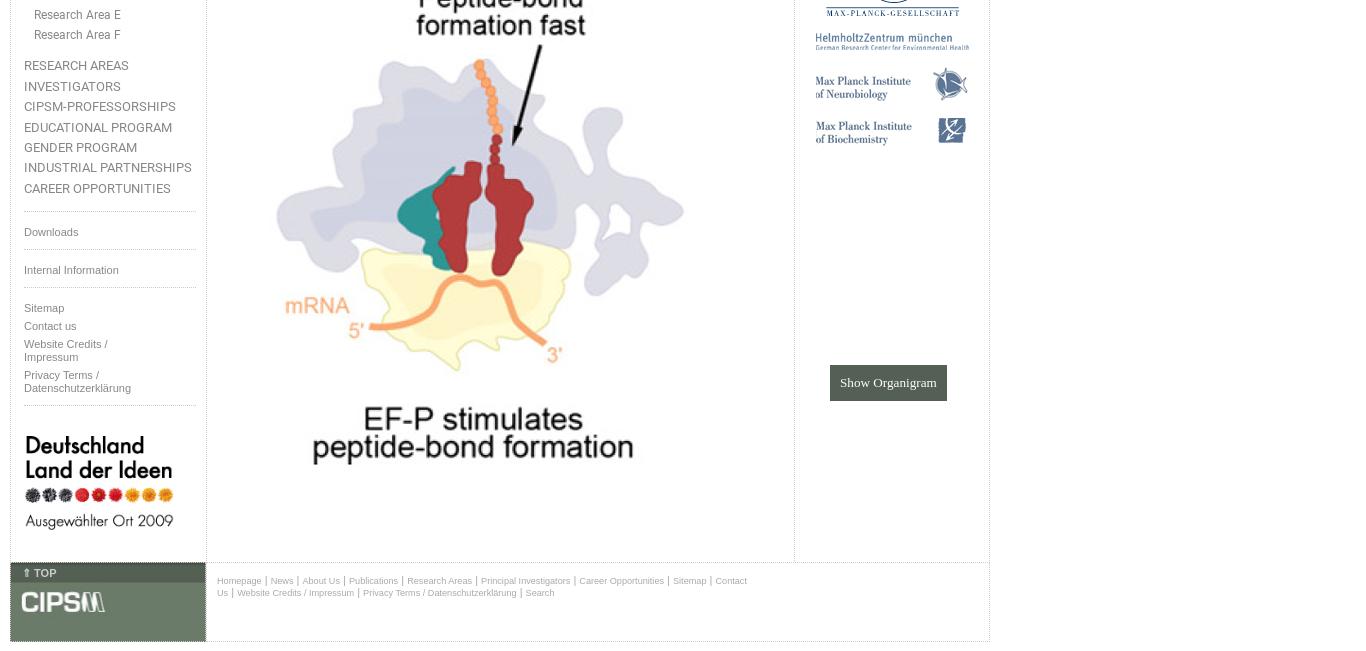 The width and height of the screenshot is (1366, 651). Describe the element at coordinates (24, 343) in the screenshot. I see `'Website Credits /'` at that location.